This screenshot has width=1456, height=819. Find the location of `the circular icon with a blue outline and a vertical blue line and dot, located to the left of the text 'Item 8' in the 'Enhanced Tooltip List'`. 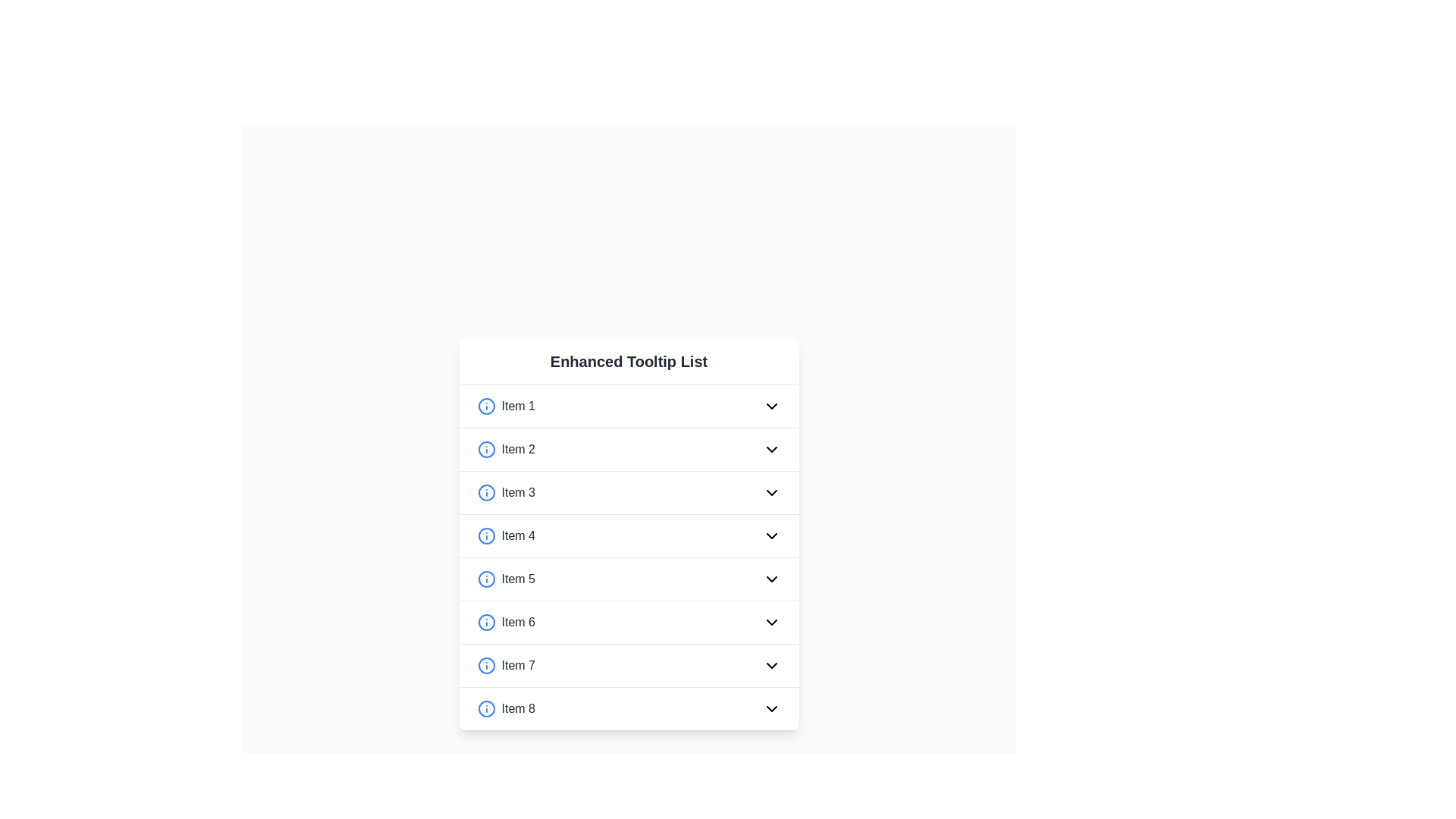

the circular icon with a blue outline and a vertical blue line and dot, located to the left of the text 'Item 8' in the 'Enhanced Tooltip List' is located at coordinates (486, 708).